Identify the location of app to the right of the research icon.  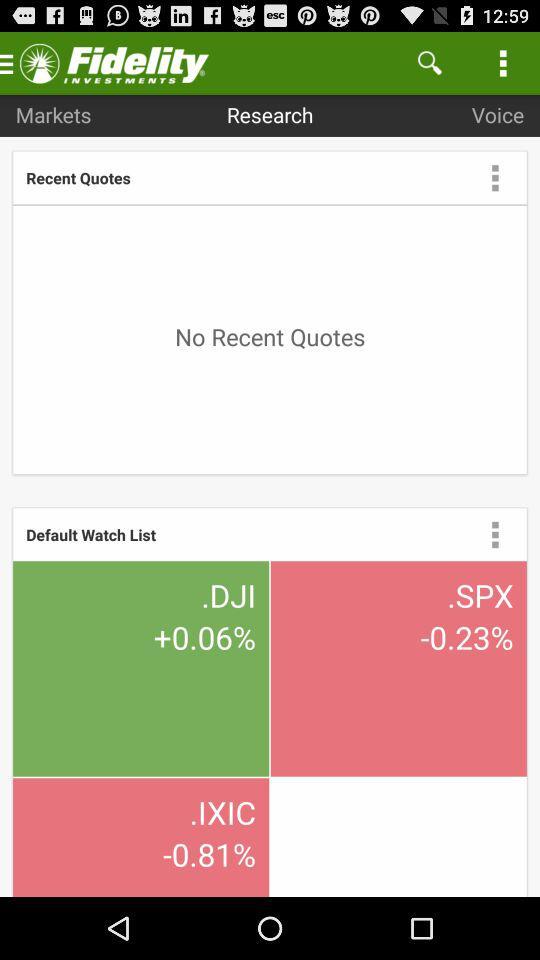
(428, 62).